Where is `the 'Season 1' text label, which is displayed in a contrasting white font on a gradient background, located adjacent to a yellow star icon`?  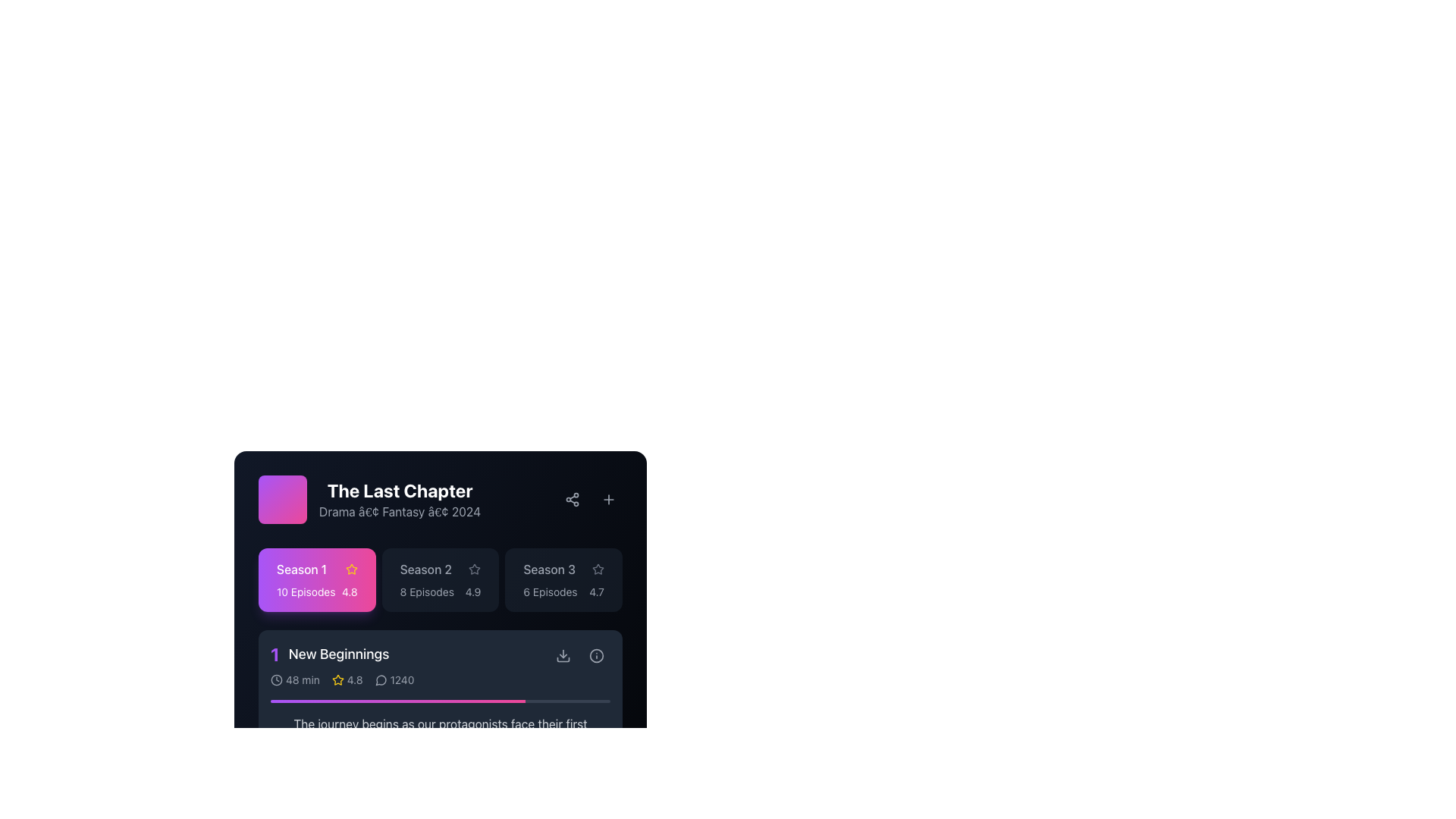 the 'Season 1' text label, which is displayed in a contrasting white font on a gradient background, located adjacent to a yellow star icon is located at coordinates (316, 570).